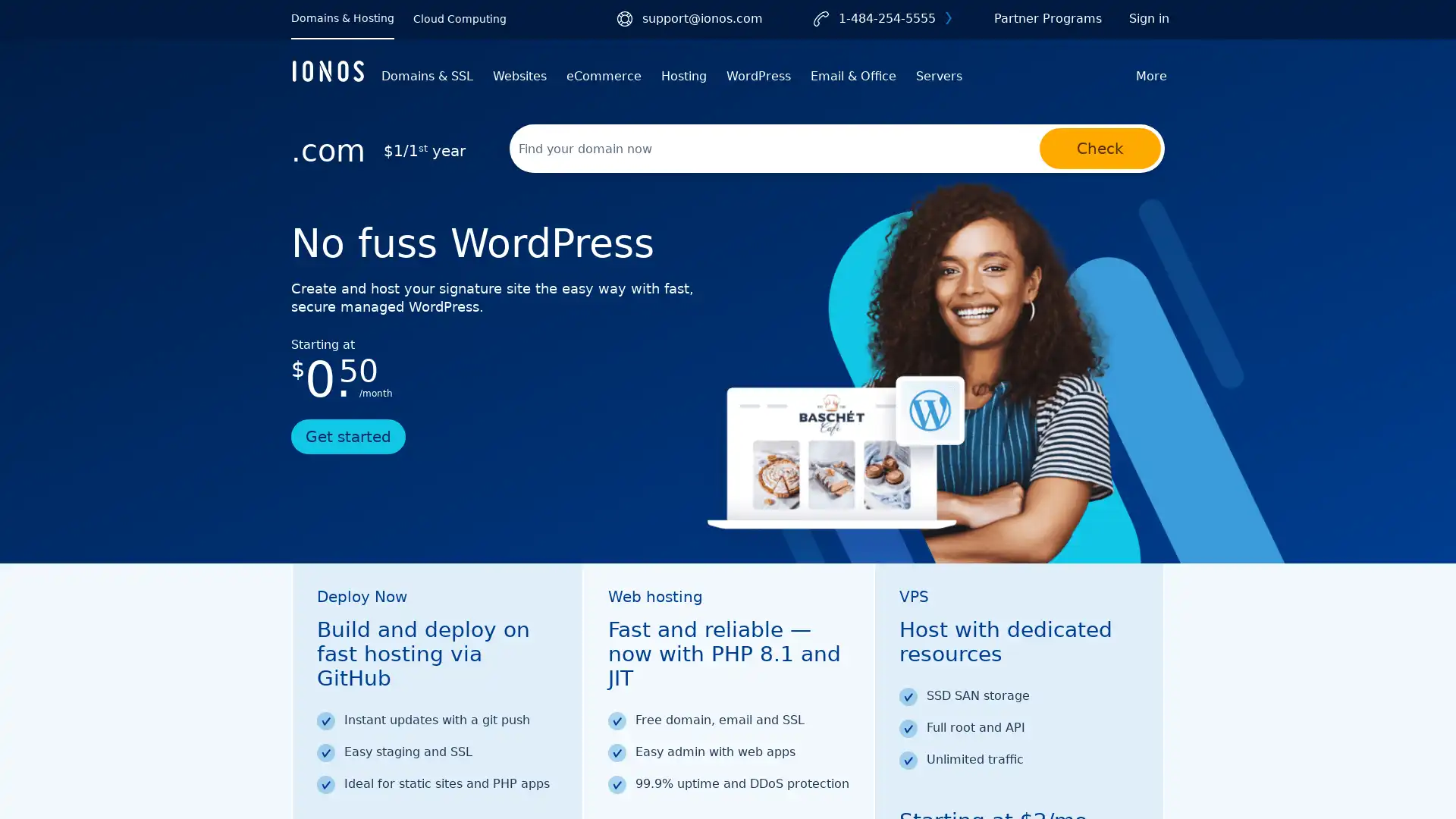  Describe the element at coordinates (745, 76) in the screenshot. I see `WordPress` at that location.